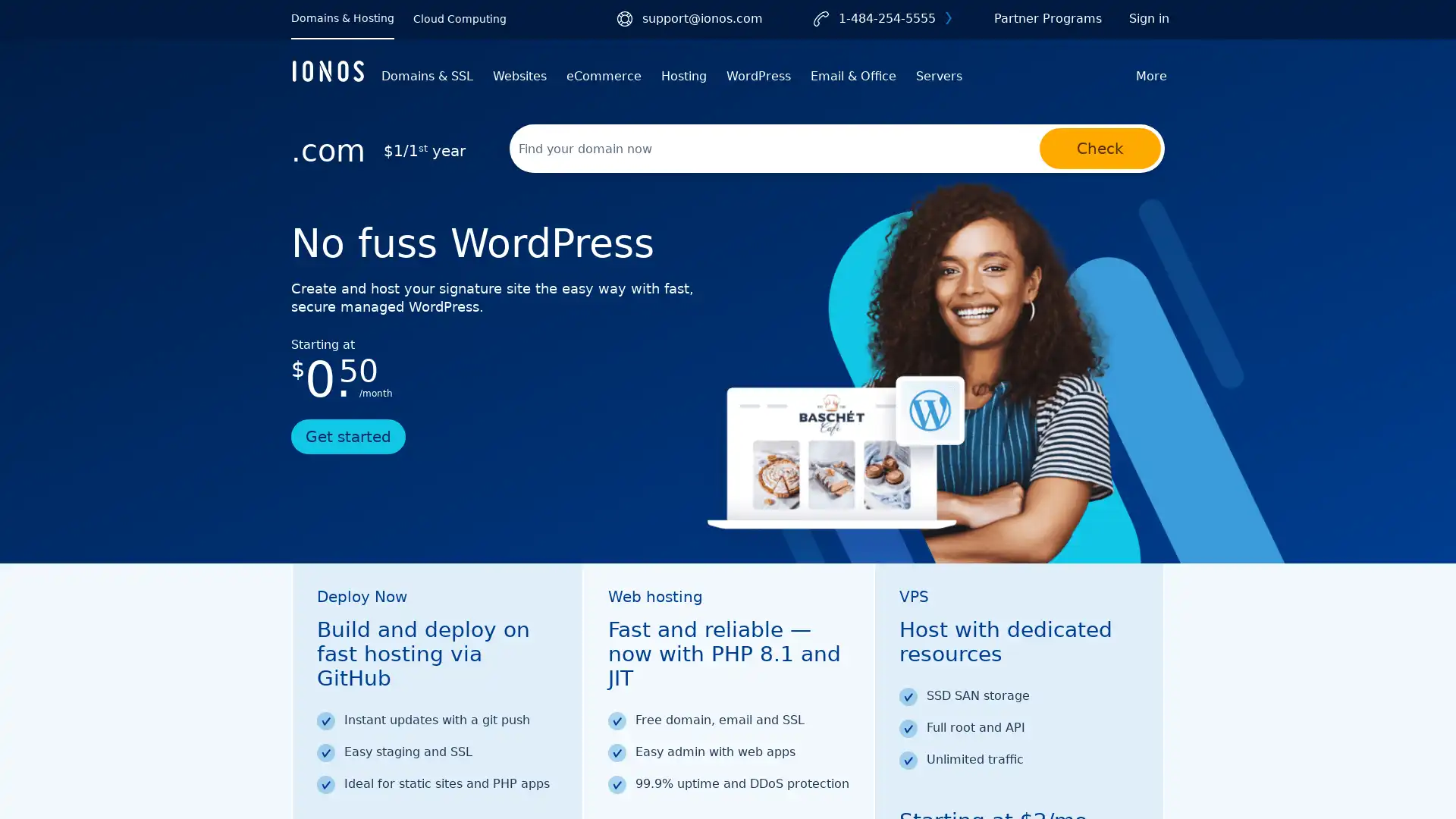  Describe the element at coordinates (745, 76) in the screenshot. I see `WordPress` at that location.